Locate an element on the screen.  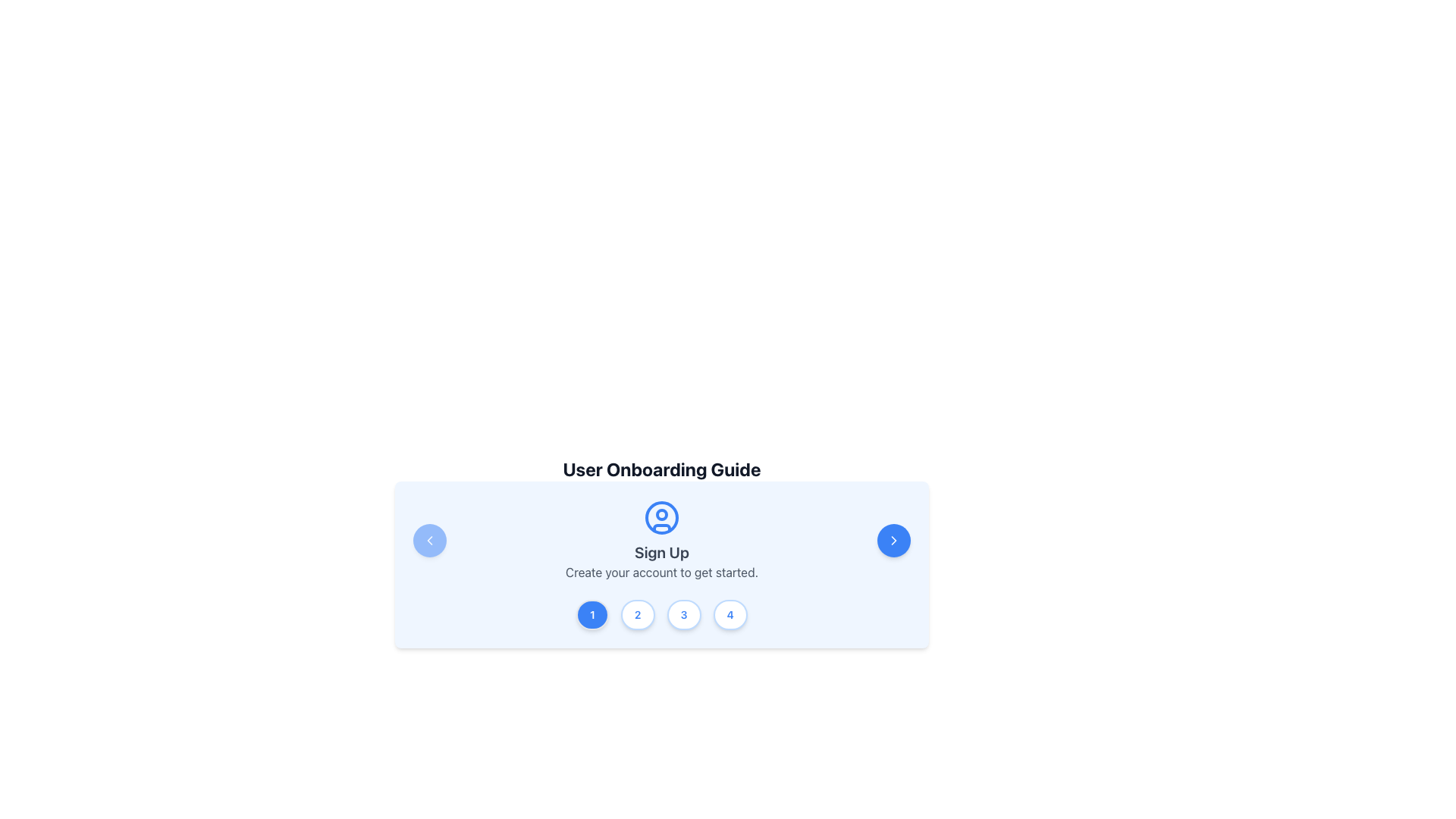
the second step indicator button in the User Onboarding Guide is located at coordinates (638, 614).